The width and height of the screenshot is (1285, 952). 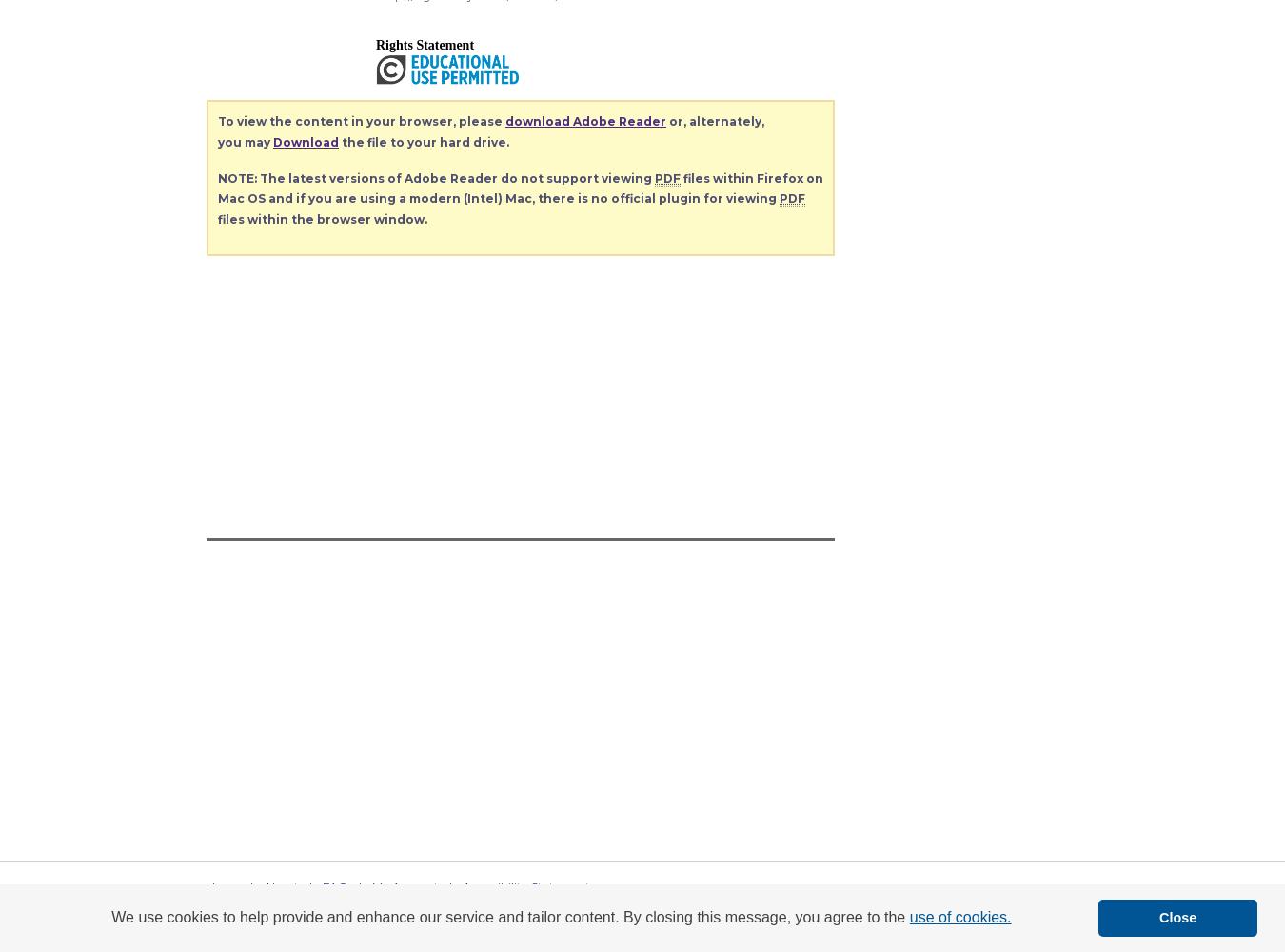 What do you see at coordinates (520, 187) in the screenshot?
I see `'files within Firefox on Mac OS and if you are using a modern (Intel) Mac, there is no official plugin for viewing'` at bounding box center [520, 187].